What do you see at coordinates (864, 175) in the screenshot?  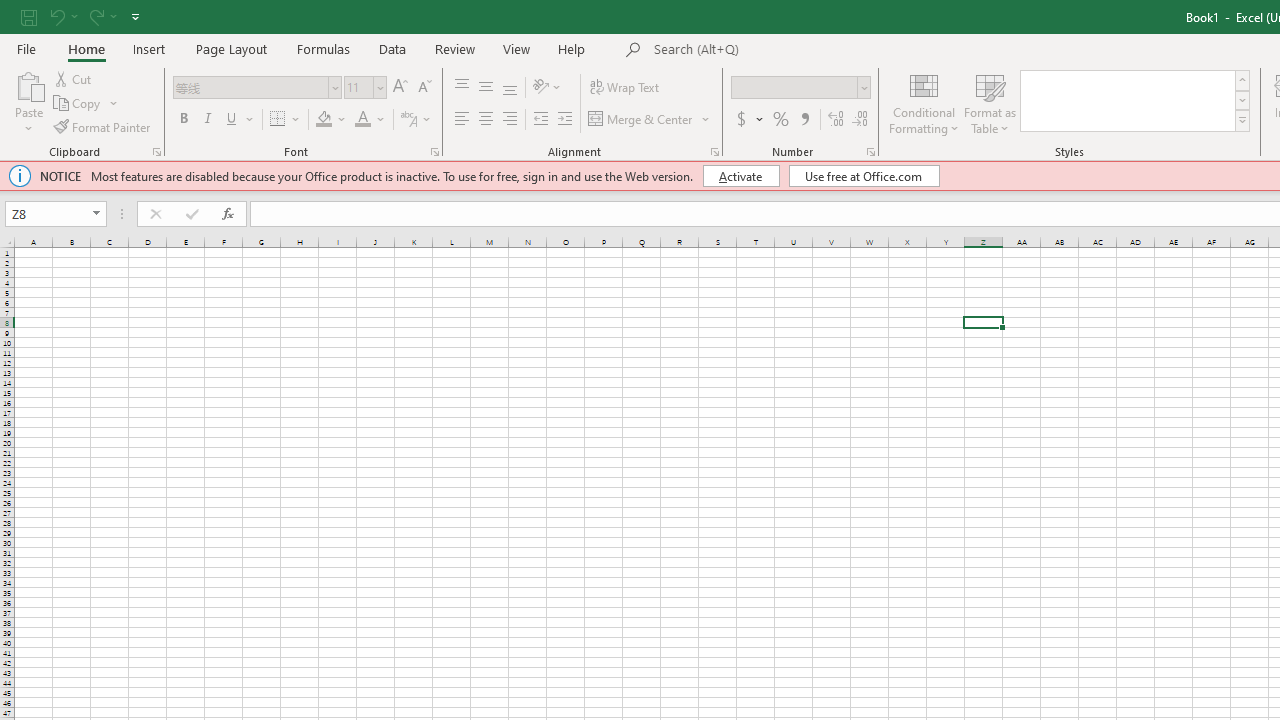 I see `'Use free at Office.com'` at bounding box center [864, 175].